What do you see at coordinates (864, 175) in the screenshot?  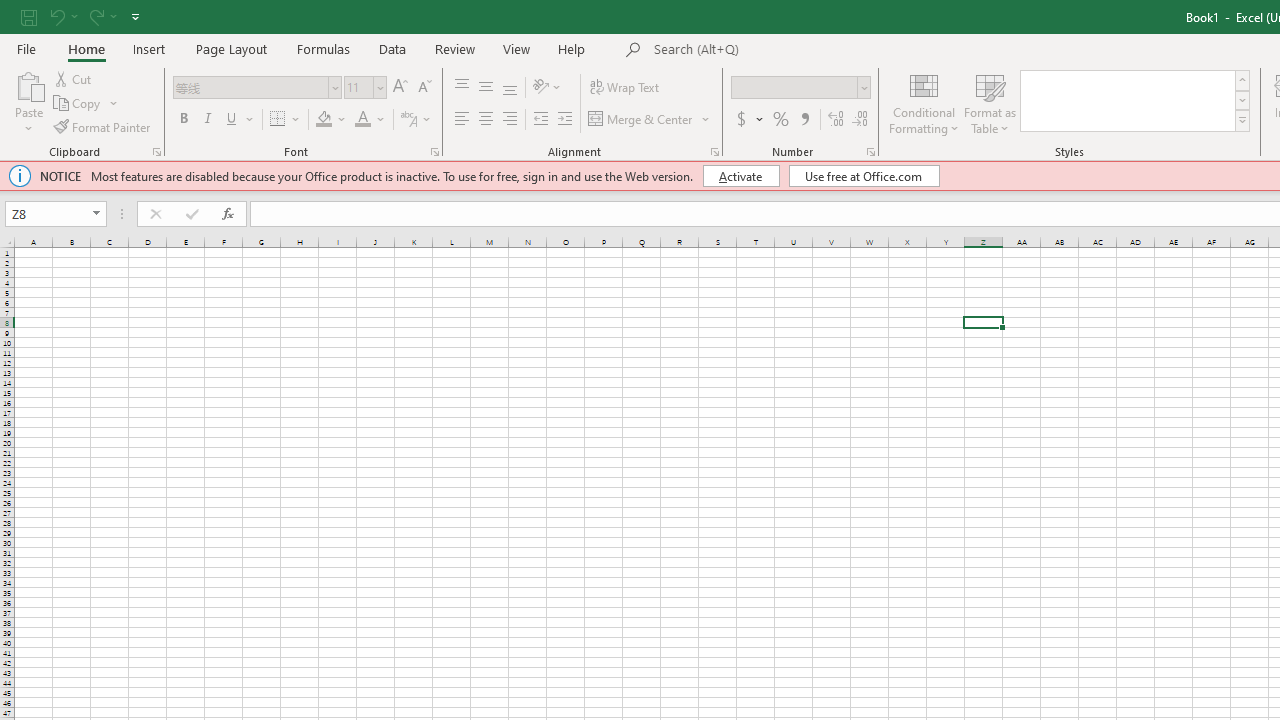 I see `'Use free at Office.com'` at bounding box center [864, 175].